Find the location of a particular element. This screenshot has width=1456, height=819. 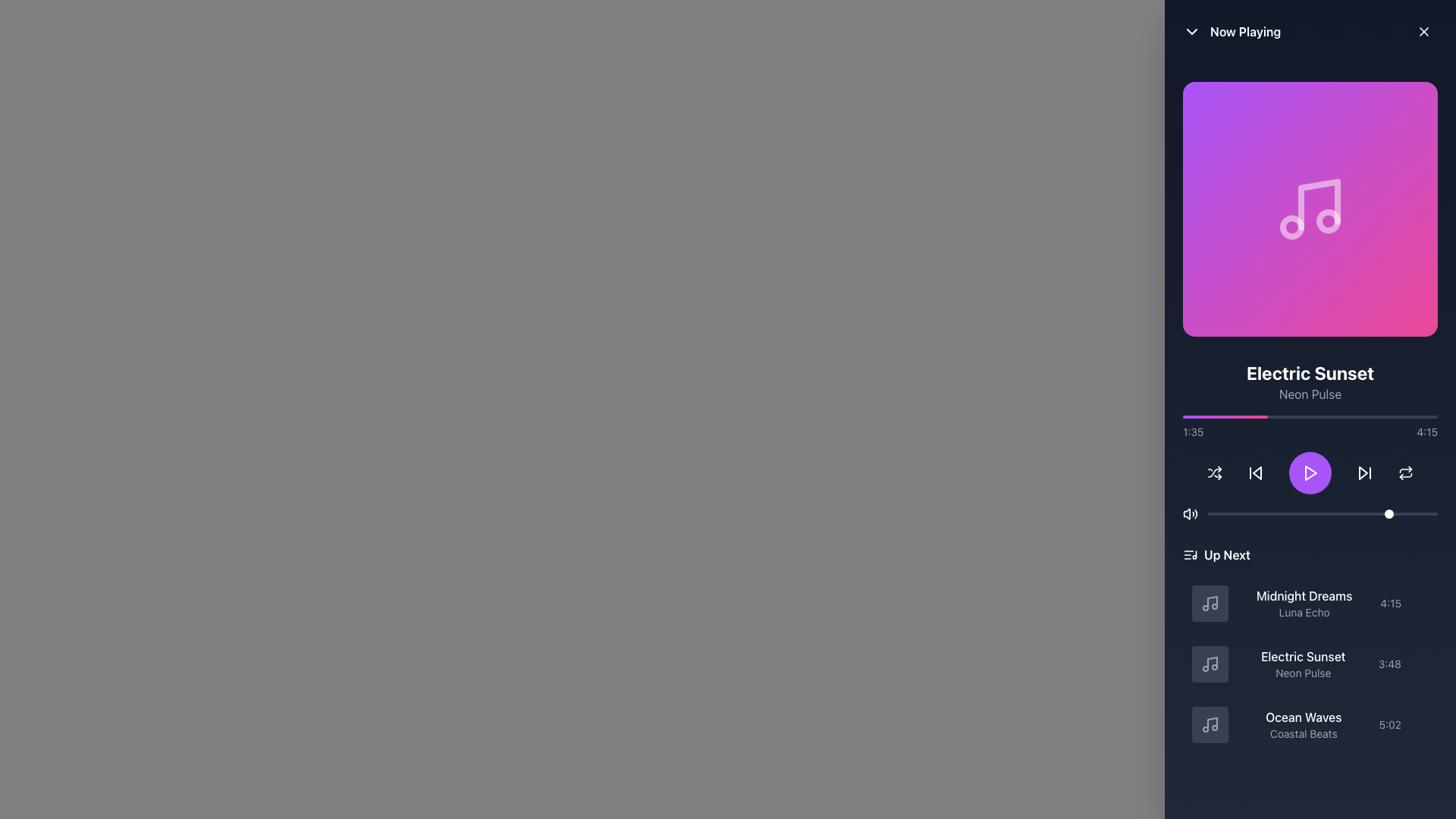

the Heading Label with Icon located at the top of the list section is located at coordinates (1310, 555).